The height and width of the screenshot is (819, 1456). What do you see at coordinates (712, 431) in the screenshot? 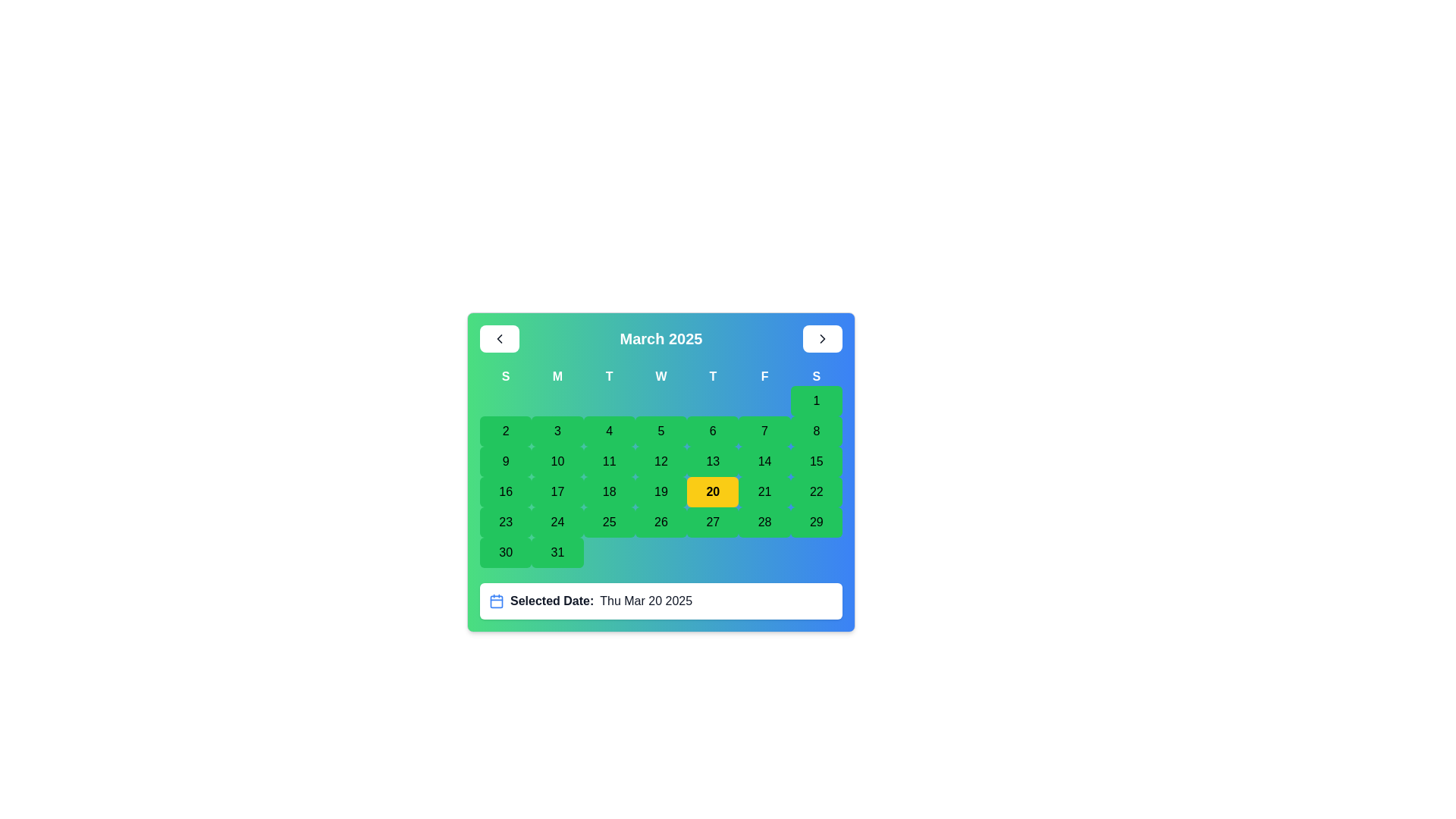
I see `the calendar date button representing '6'` at bounding box center [712, 431].